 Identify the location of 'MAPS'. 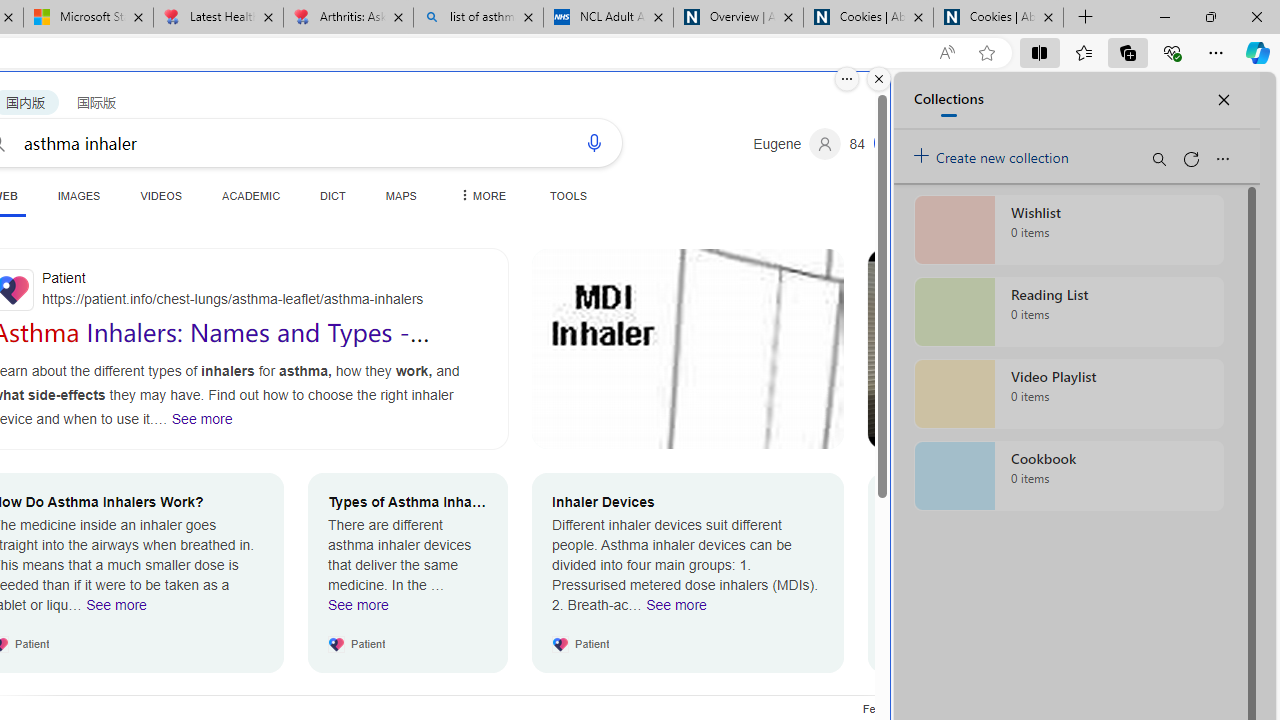
(400, 195).